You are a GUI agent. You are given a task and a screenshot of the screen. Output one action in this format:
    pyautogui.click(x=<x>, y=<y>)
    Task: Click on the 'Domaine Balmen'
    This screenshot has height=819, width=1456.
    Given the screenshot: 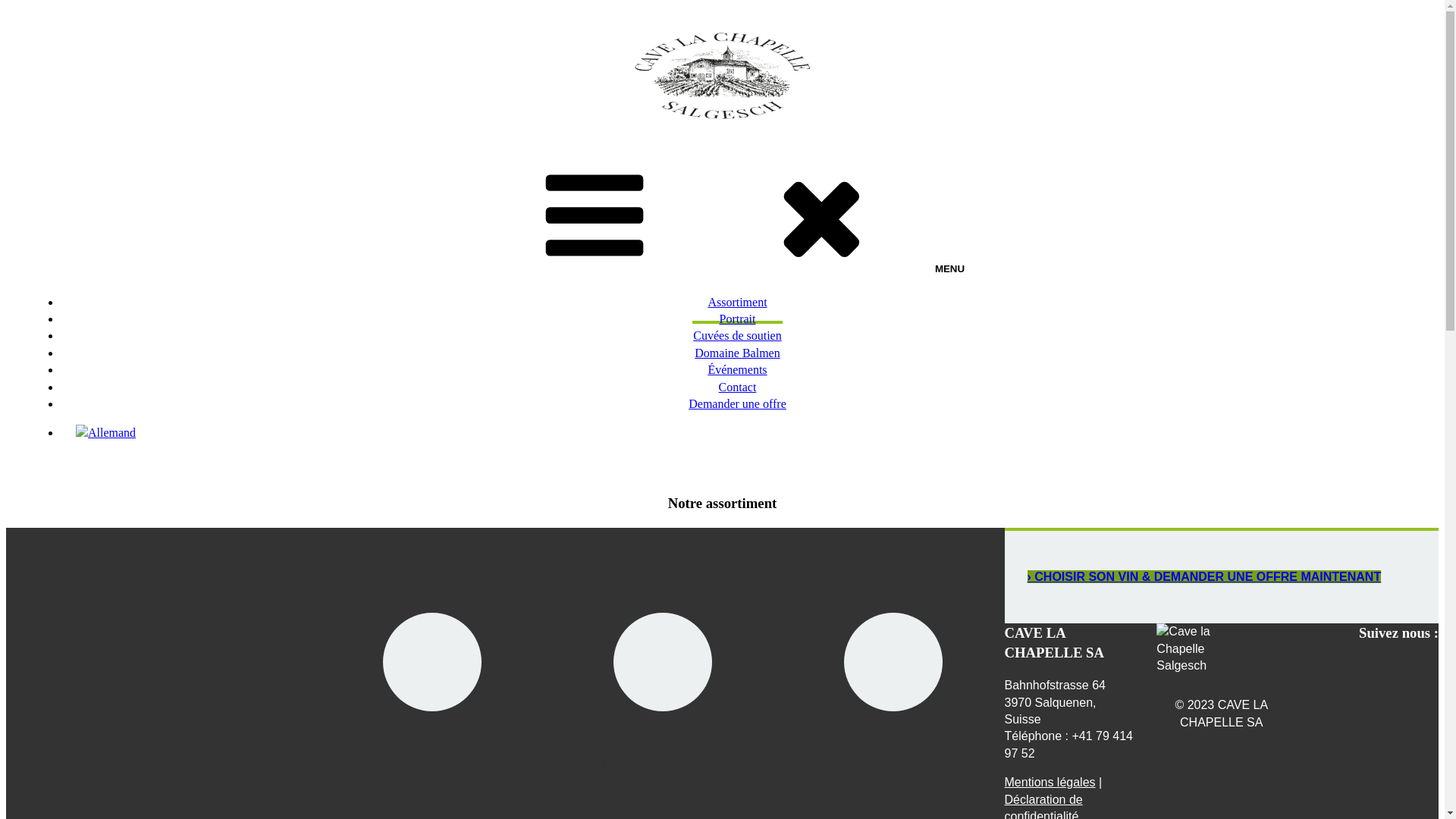 What is the action you would take?
    pyautogui.click(x=736, y=354)
    